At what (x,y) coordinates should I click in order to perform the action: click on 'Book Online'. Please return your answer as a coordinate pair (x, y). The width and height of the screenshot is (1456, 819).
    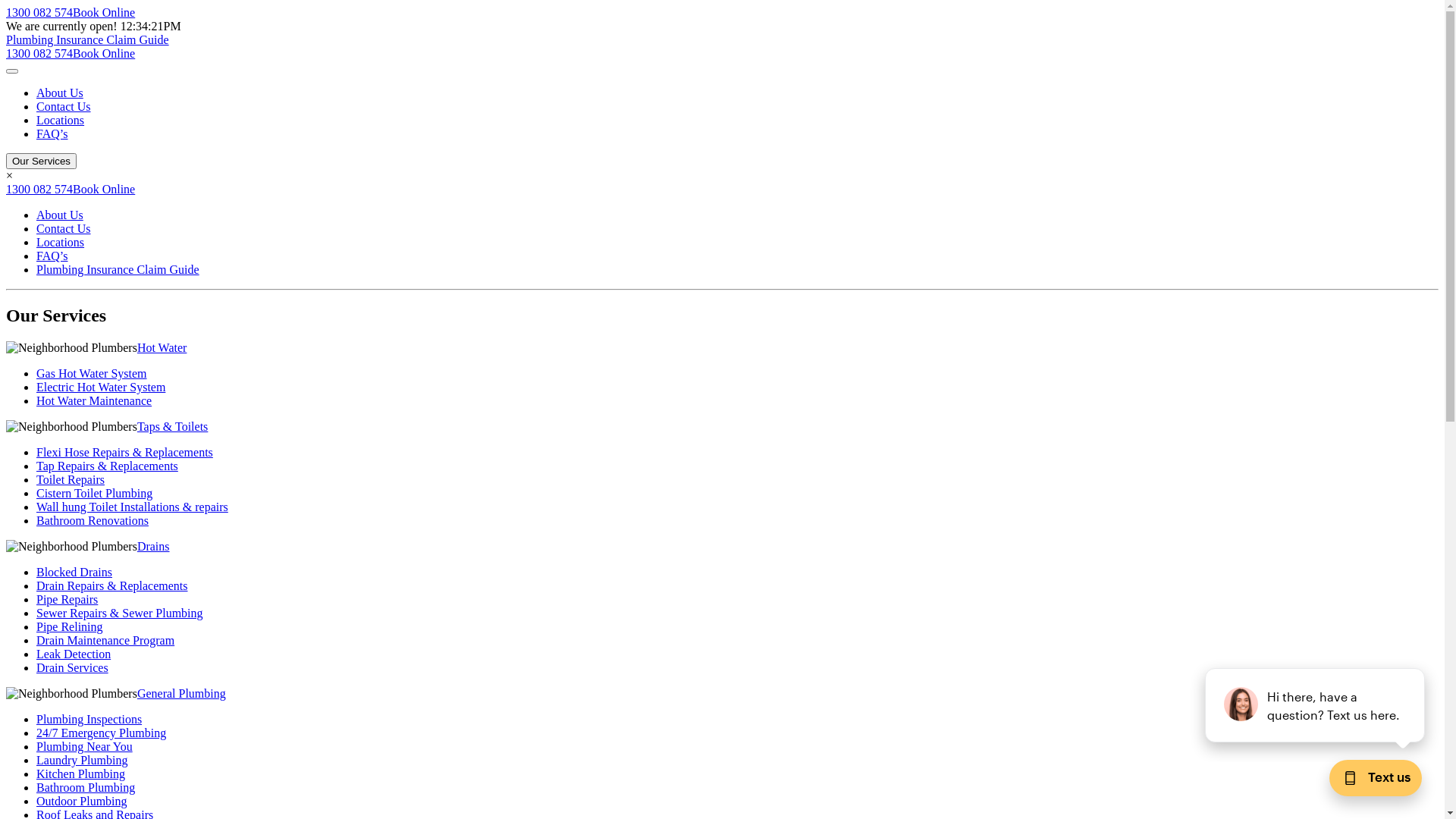
    Looking at the image, I should click on (103, 188).